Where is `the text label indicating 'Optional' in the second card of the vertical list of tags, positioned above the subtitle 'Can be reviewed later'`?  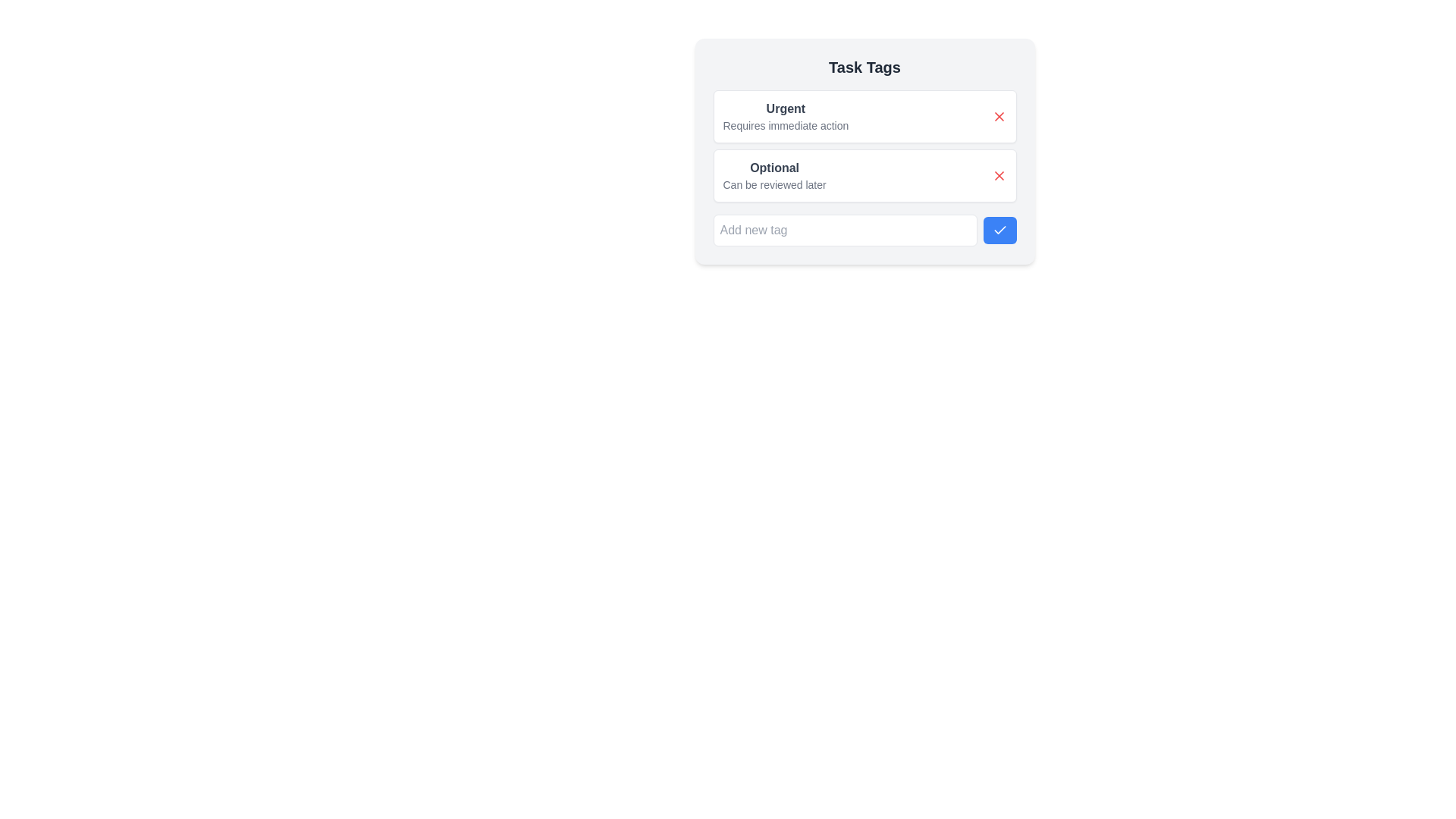
the text label indicating 'Optional' in the second card of the vertical list of tags, positioned above the subtitle 'Can be reviewed later' is located at coordinates (774, 168).